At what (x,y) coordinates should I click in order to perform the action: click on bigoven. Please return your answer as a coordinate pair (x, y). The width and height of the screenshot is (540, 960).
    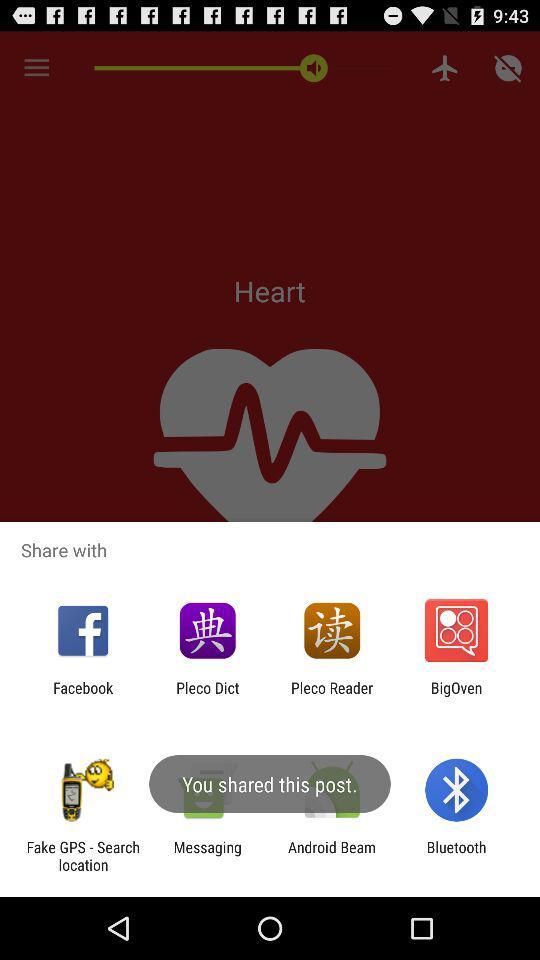
    Looking at the image, I should click on (456, 696).